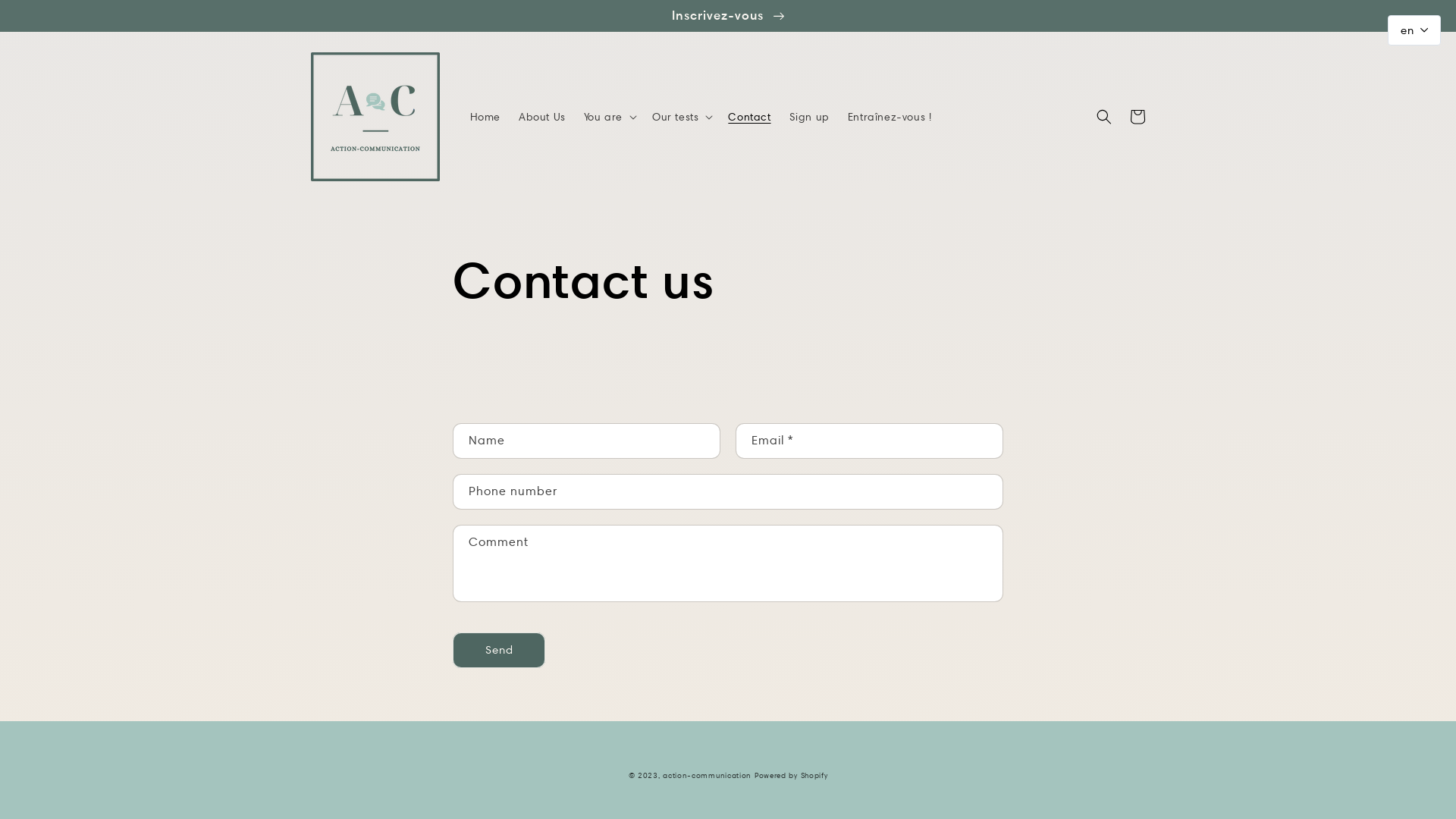 The image size is (1456, 819). Describe the element at coordinates (1414, 30) in the screenshot. I see `'en'` at that location.